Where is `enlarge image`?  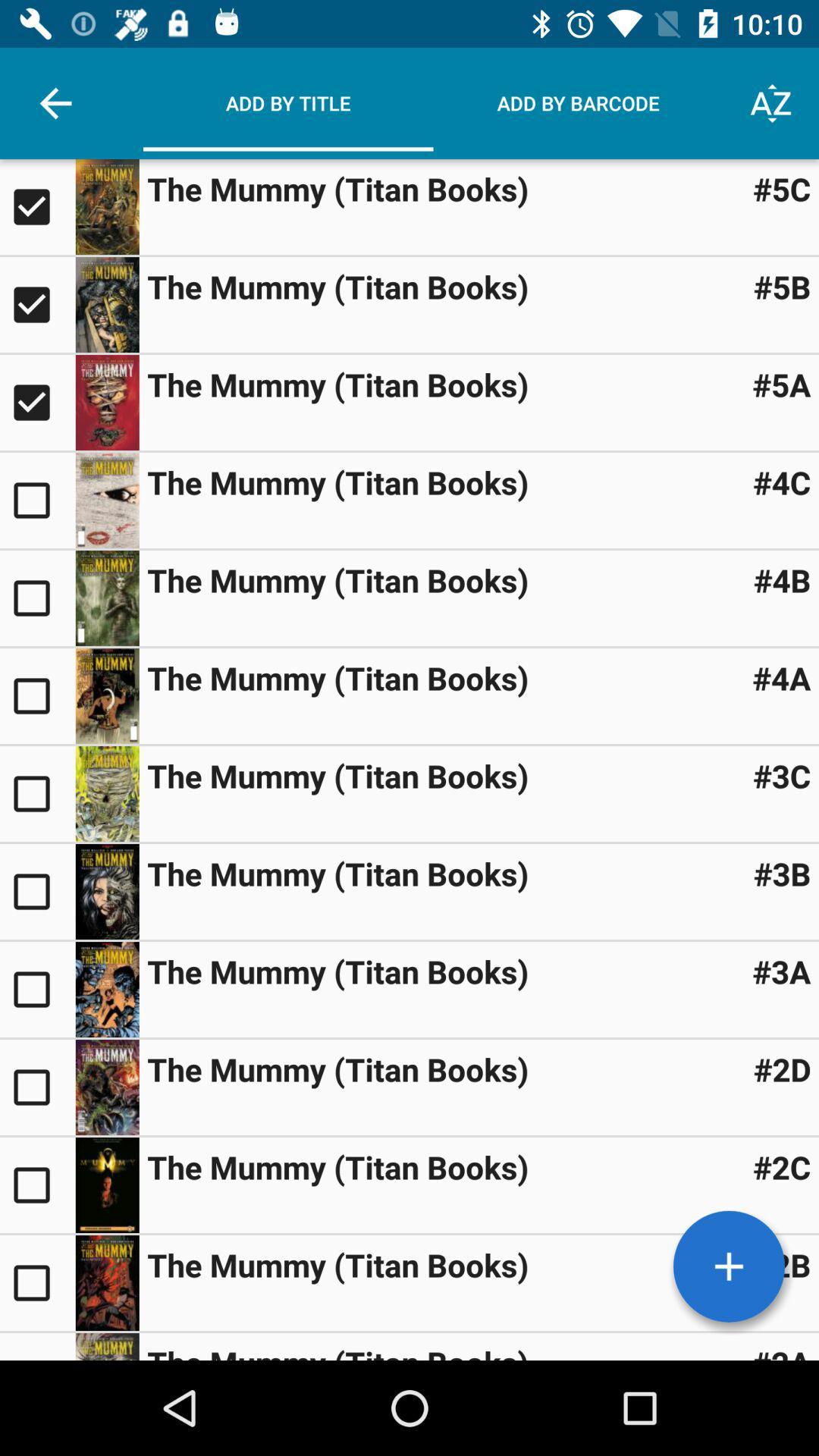 enlarge image is located at coordinates (106, 597).